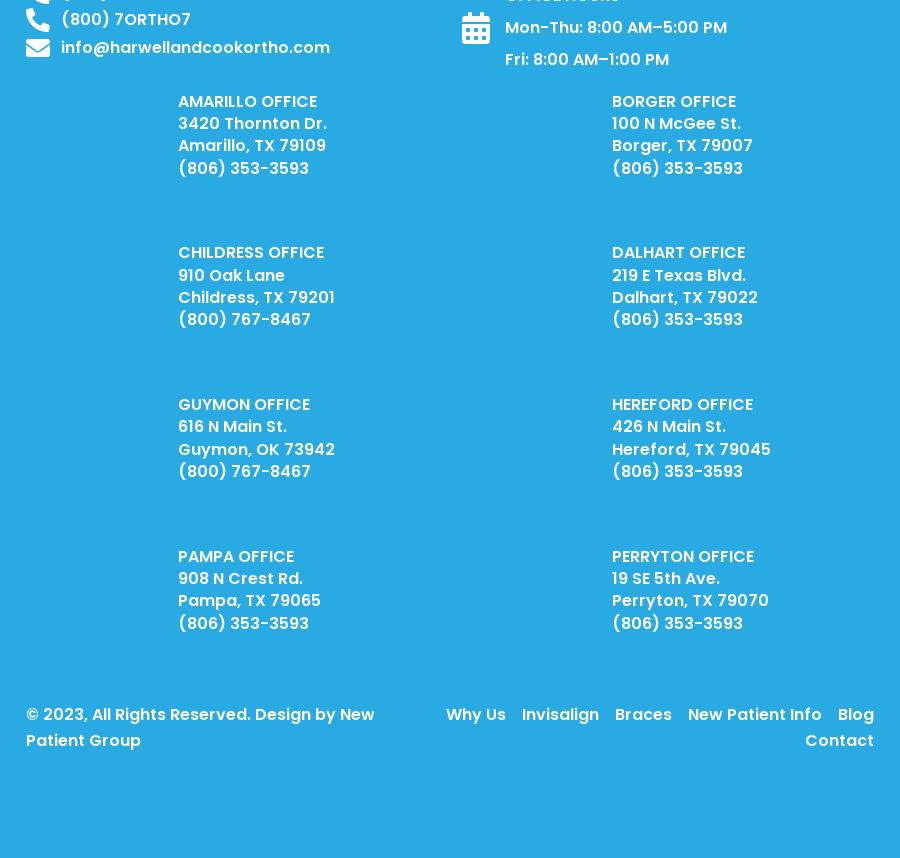 Image resolution: width=900 pixels, height=858 pixels. What do you see at coordinates (233, 555) in the screenshot?
I see `'PAMPA OFFICE'` at bounding box center [233, 555].